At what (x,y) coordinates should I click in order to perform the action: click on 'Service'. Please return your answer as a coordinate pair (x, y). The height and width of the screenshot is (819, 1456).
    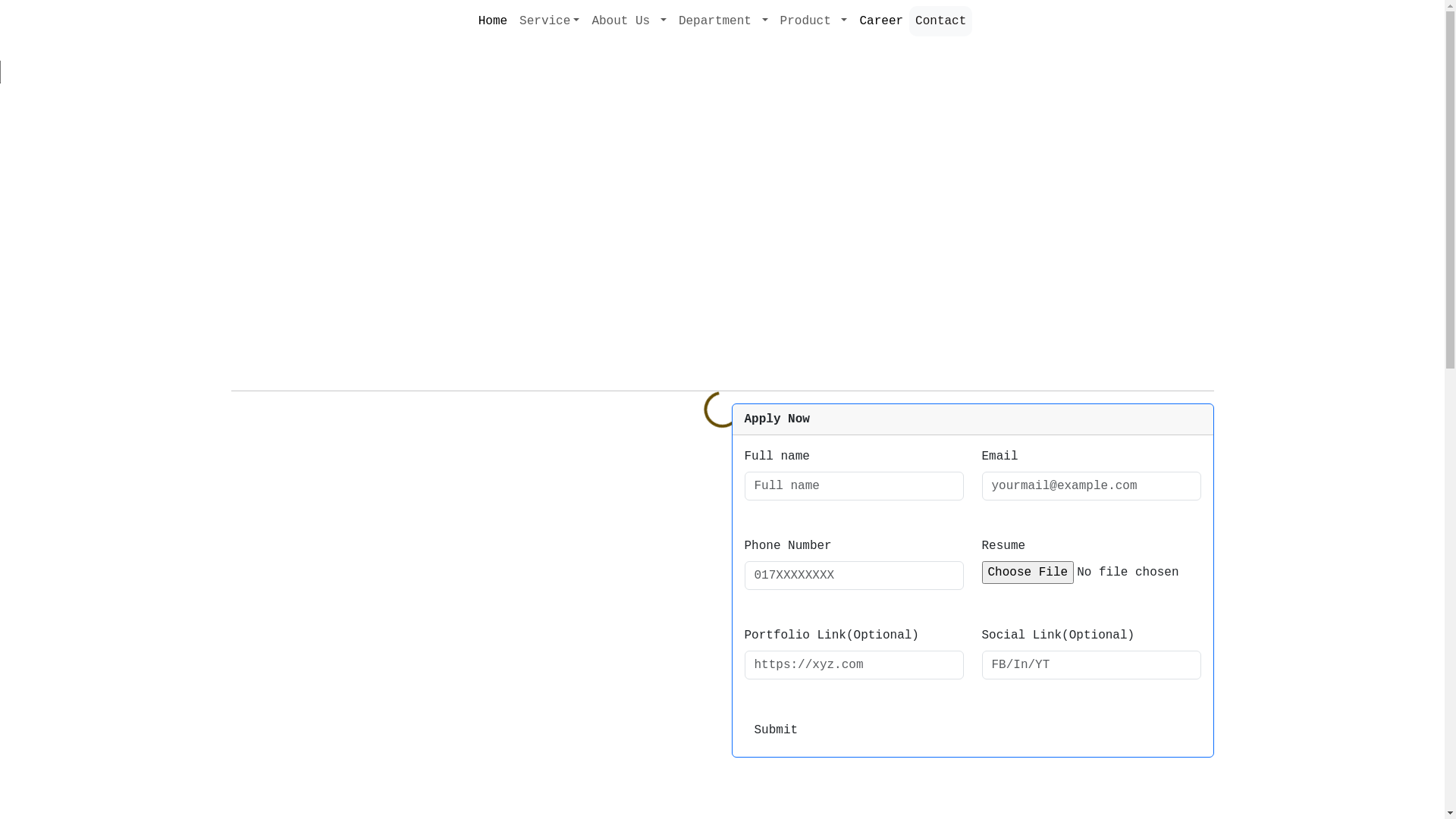
    Looking at the image, I should click on (548, 20).